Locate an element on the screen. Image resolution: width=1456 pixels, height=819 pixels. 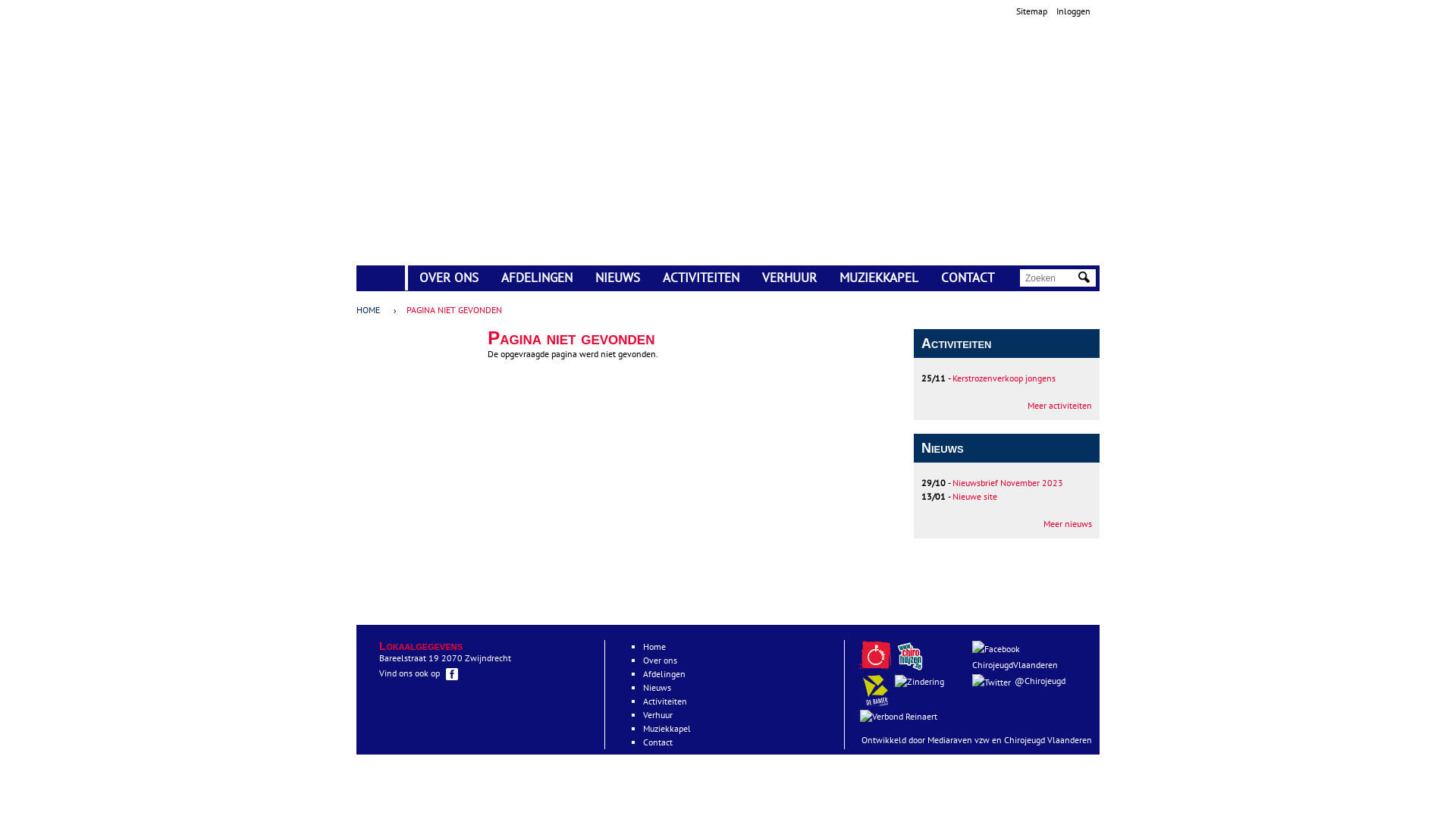
'Geef de woorden op waarnaar u wilt zoeken.' is located at coordinates (1050, 278).